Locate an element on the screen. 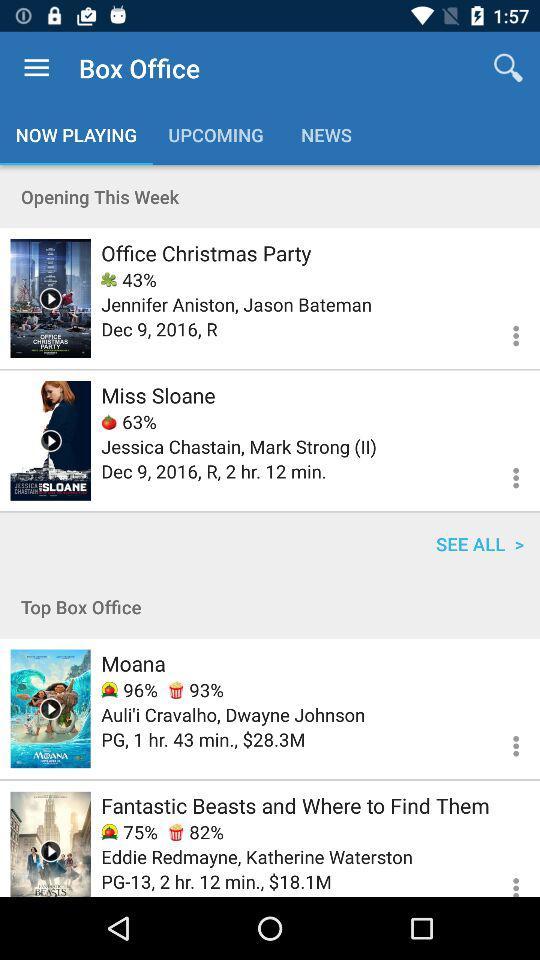 This screenshot has width=540, height=960. watch a video trailer is located at coordinates (50, 297).